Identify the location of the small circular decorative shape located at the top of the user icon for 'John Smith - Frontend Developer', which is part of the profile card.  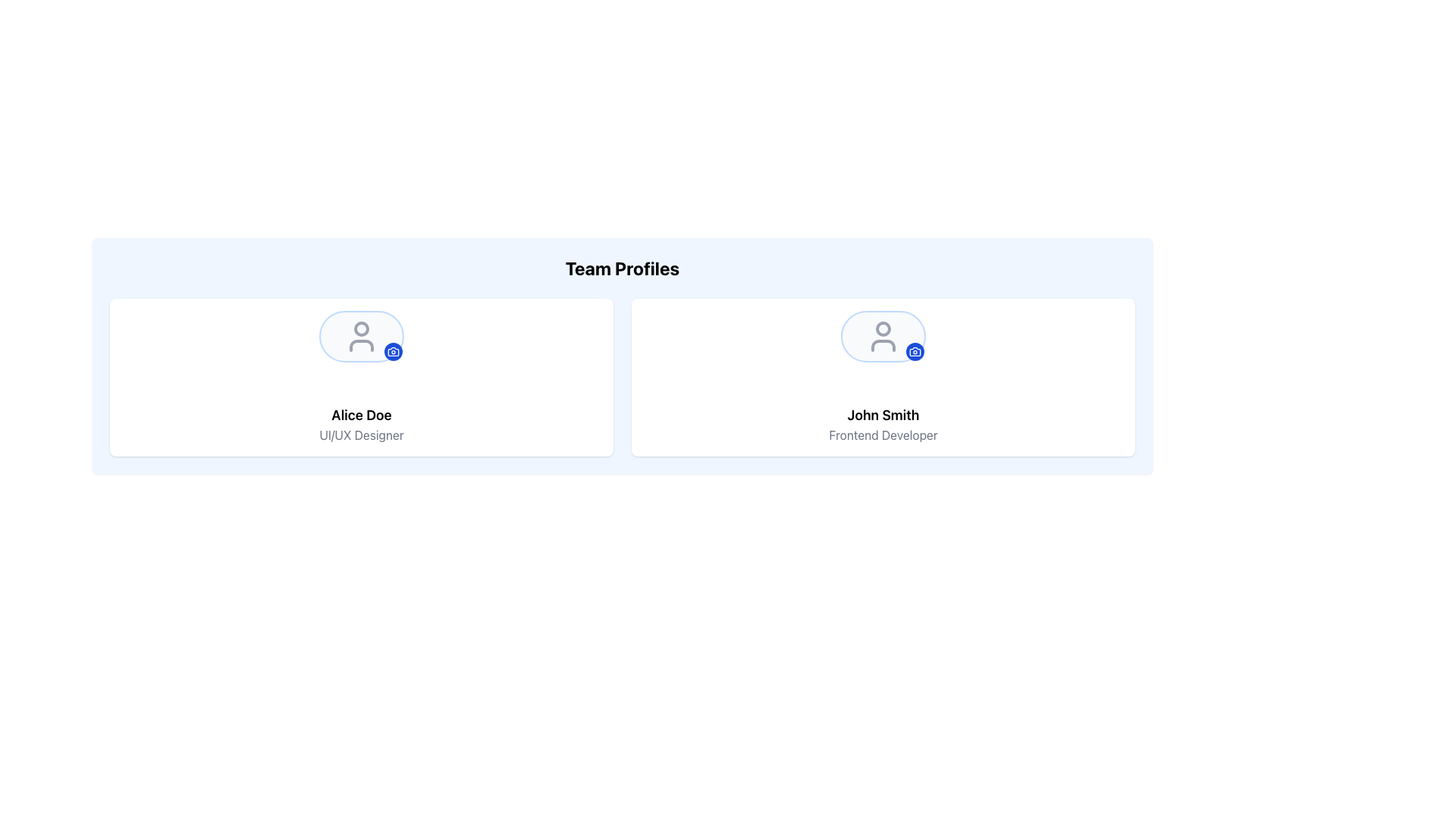
(883, 328).